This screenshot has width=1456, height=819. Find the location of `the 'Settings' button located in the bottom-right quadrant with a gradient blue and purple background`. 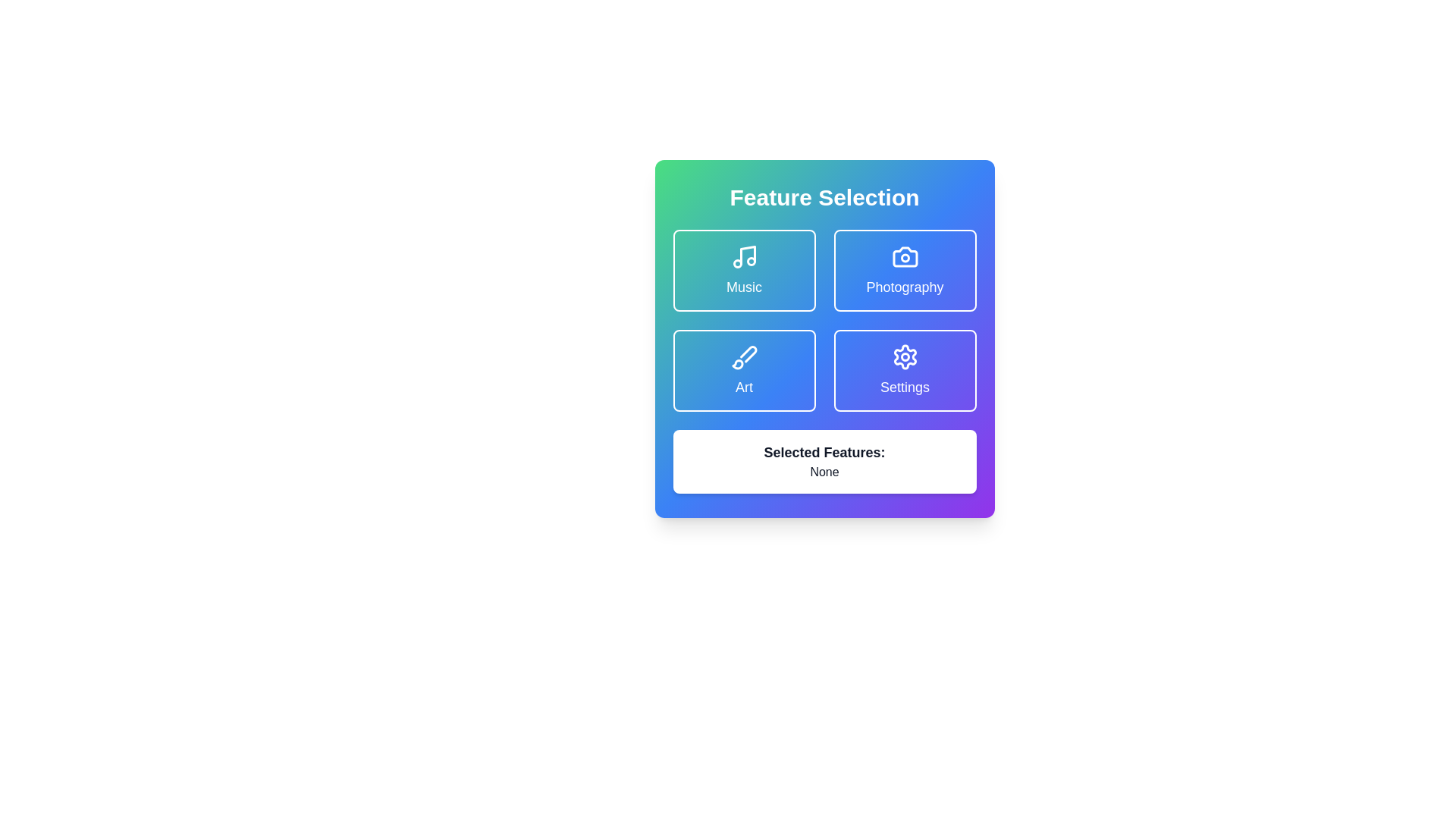

the 'Settings' button located in the bottom-right quadrant with a gradient blue and purple background is located at coordinates (905, 371).